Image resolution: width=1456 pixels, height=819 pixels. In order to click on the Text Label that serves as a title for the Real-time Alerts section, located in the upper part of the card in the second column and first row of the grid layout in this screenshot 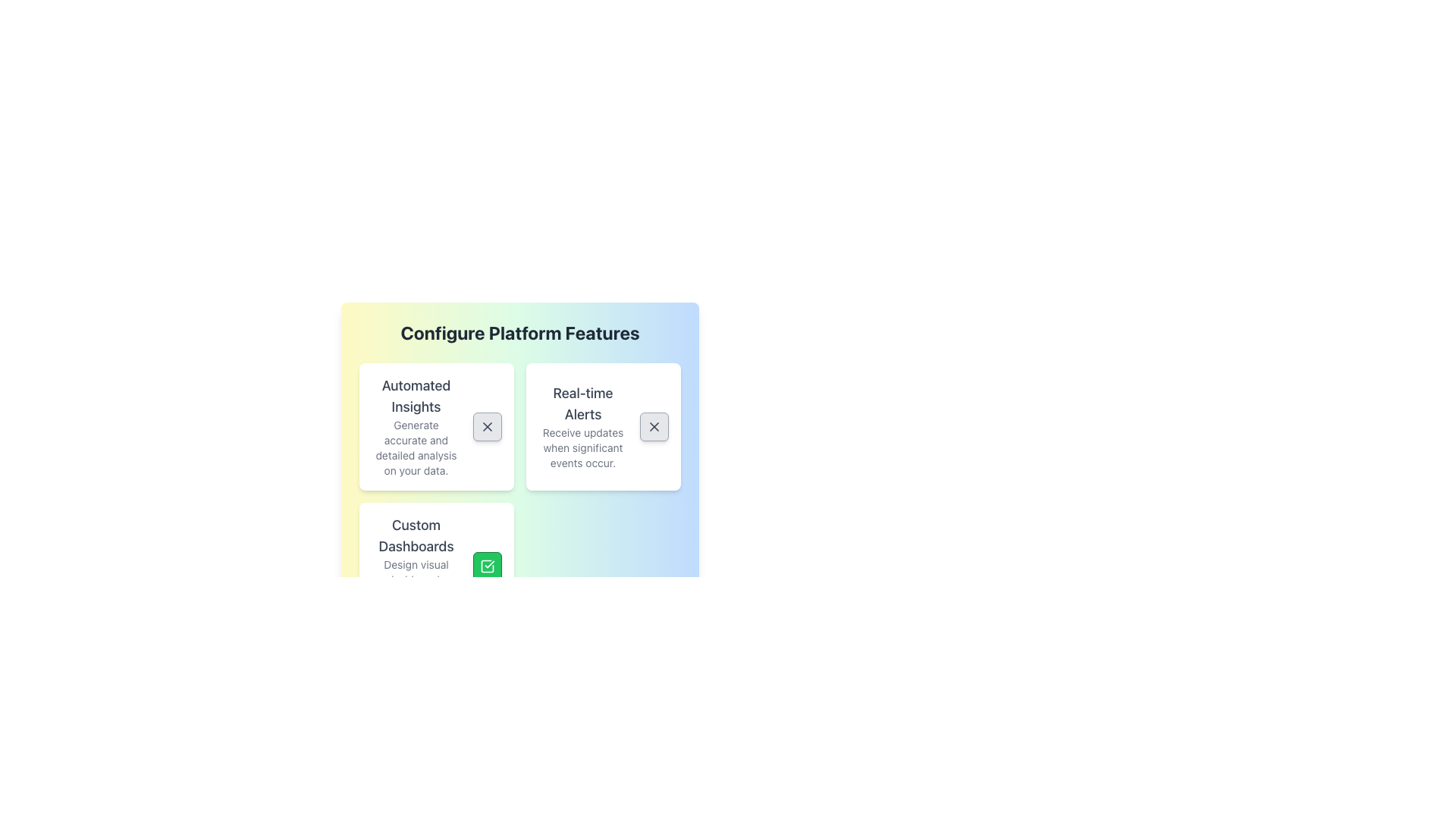, I will do `click(582, 403)`.